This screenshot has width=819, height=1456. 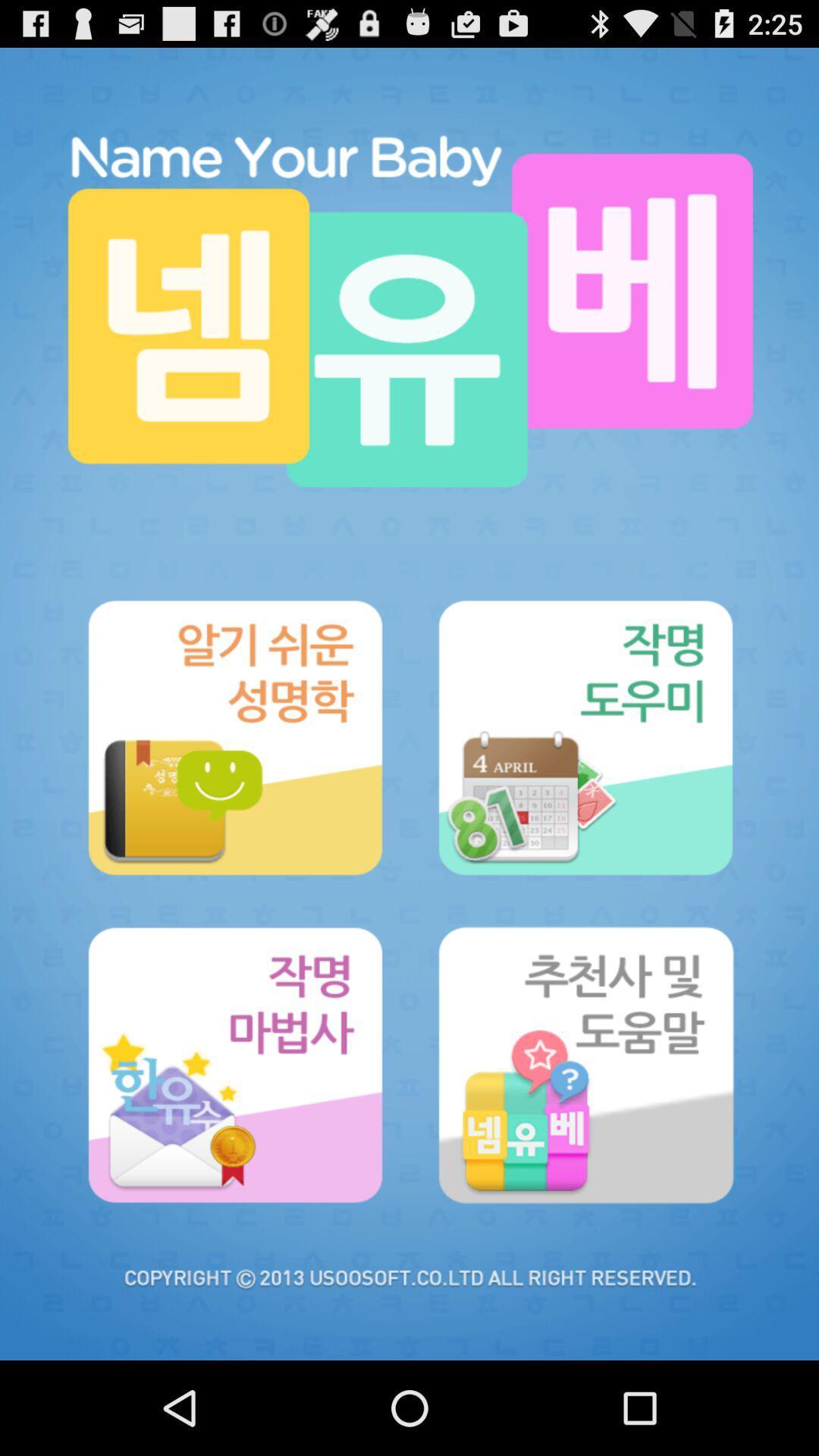 What do you see at coordinates (584, 738) in the screenshot?
I see `open calander` at bounding box center [584, 738].